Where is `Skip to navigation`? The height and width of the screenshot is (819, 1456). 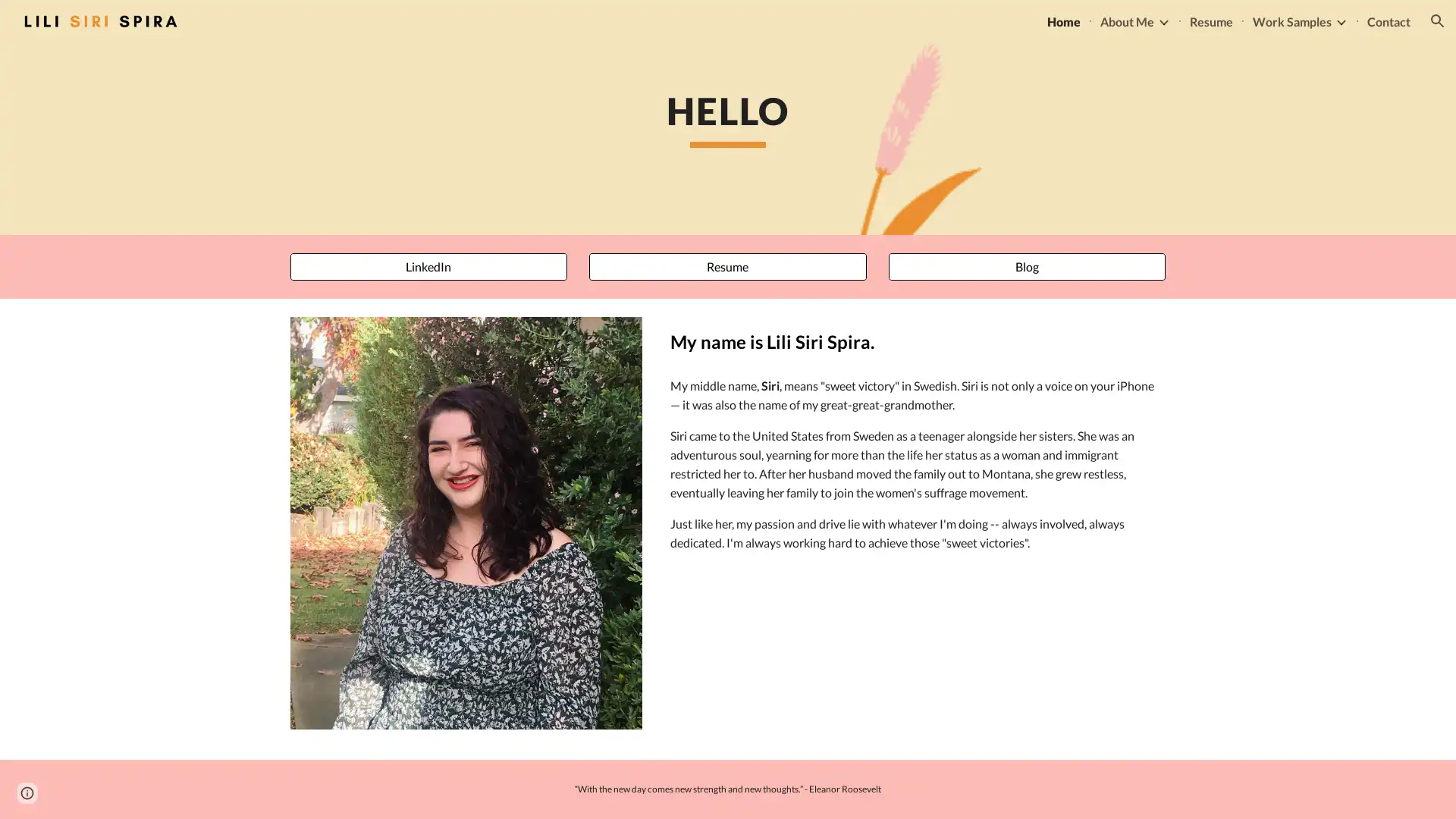
Skip to navigation is located at coordinates (864, 28).